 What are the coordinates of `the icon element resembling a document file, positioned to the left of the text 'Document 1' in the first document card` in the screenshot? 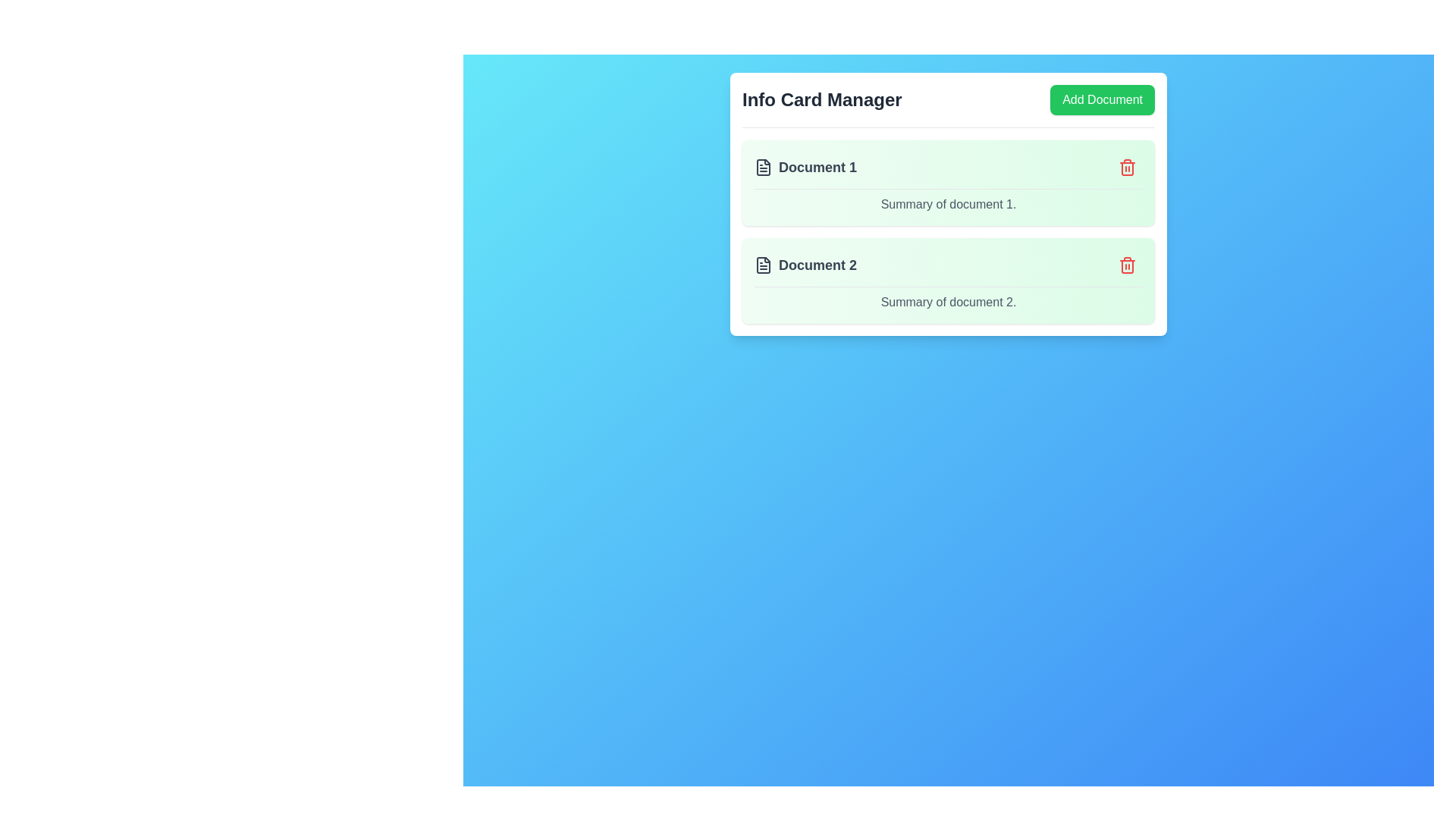 It's located at (764, 167).